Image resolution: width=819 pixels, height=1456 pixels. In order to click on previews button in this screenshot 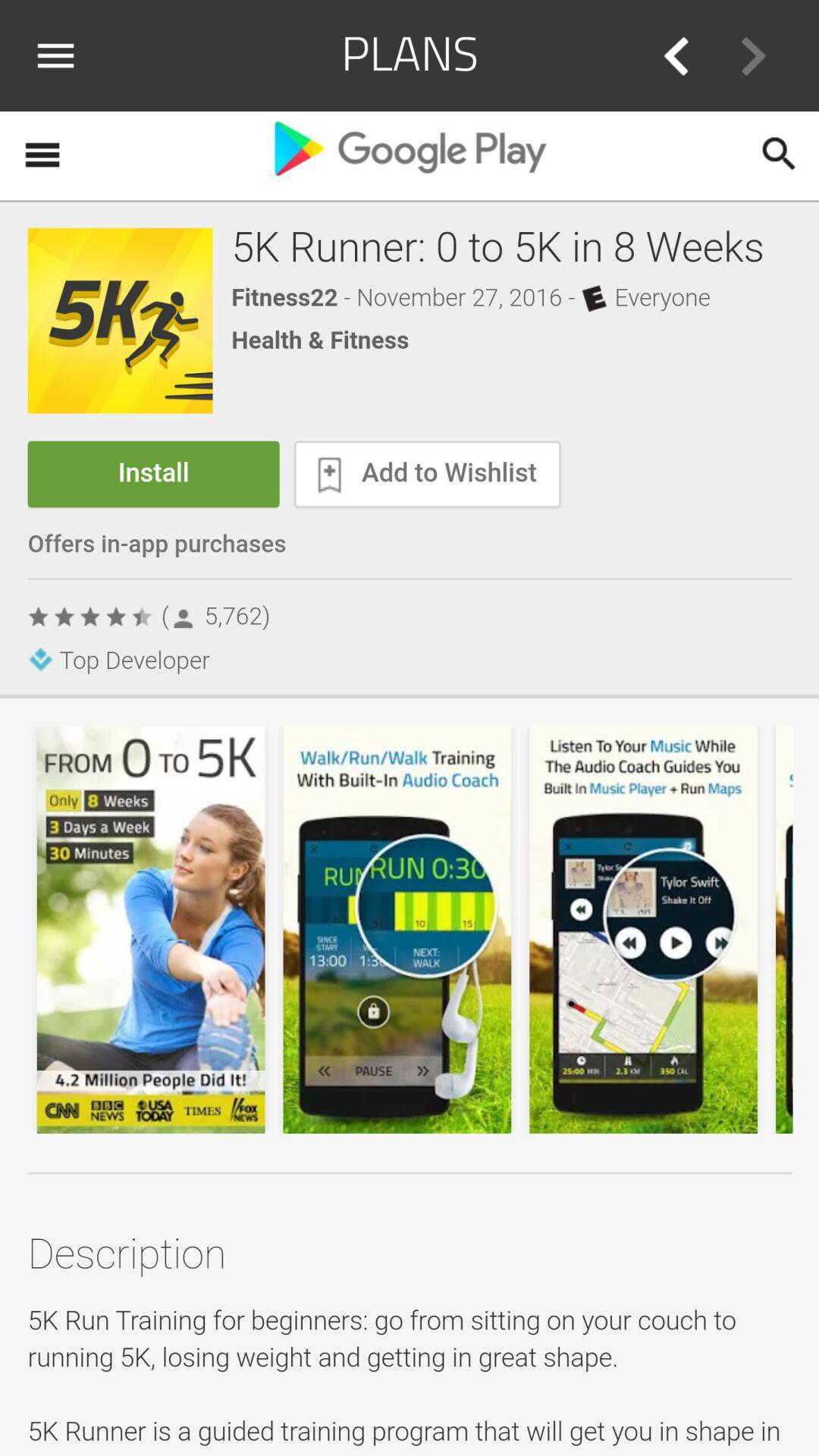, I will do `click(675, 55)`.